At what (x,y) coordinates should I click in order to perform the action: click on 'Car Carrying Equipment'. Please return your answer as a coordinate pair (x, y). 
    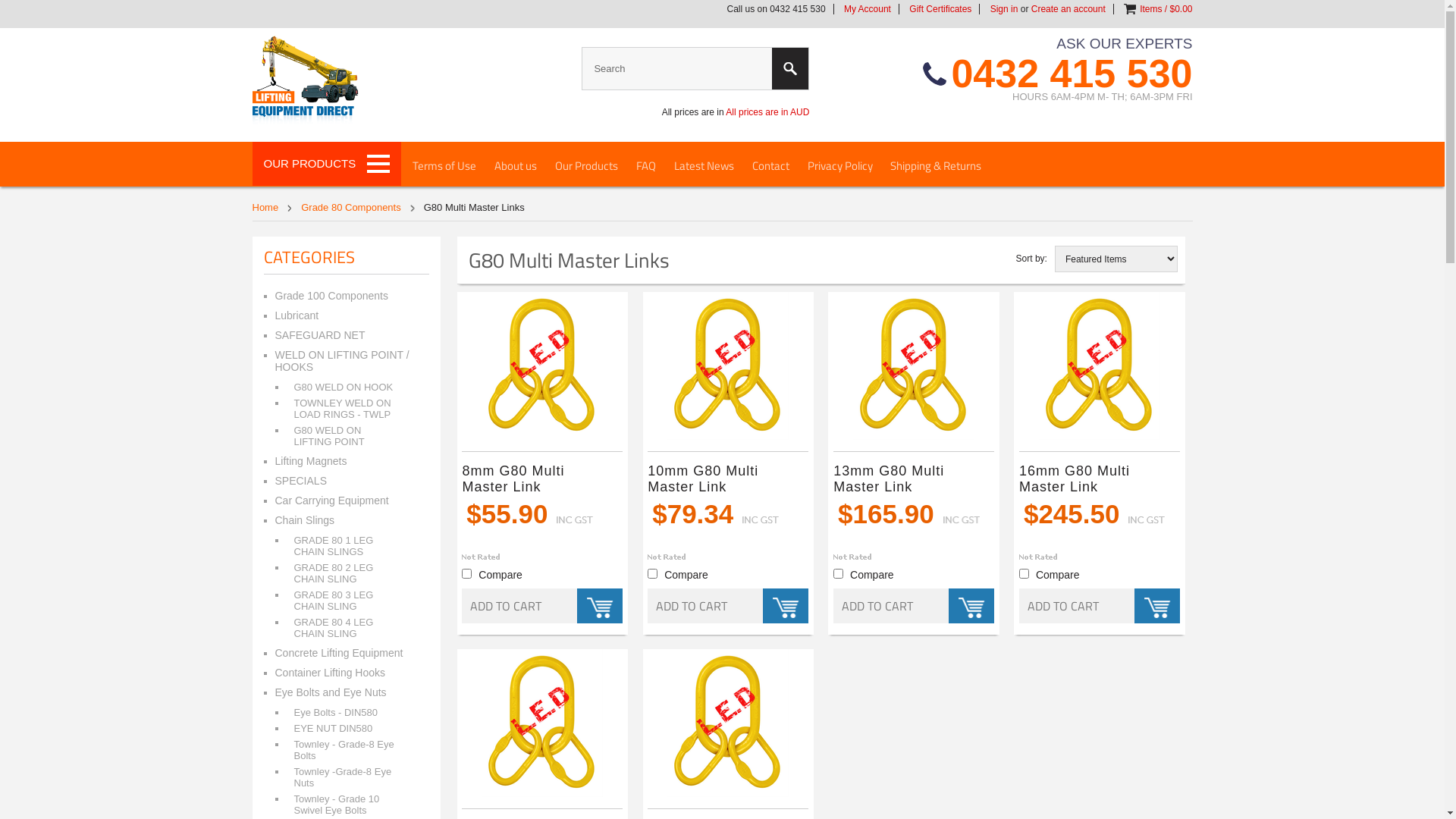
    Looking at the image, I should click on (343, 500).